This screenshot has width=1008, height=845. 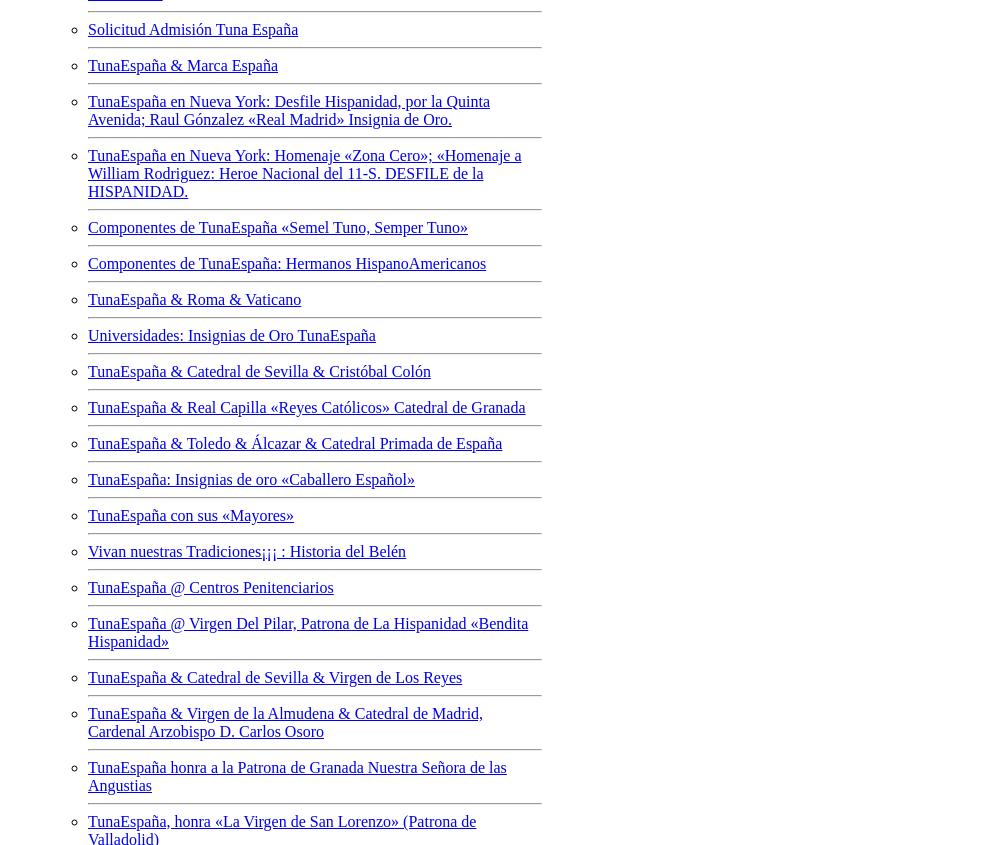 What do you see at coordinates (87, 405) in the screenshot?
I see `'TunaEspaña & Real Capilla «Reyes Católicos» Catedral de Granada'` at bounding box center [87, 405].